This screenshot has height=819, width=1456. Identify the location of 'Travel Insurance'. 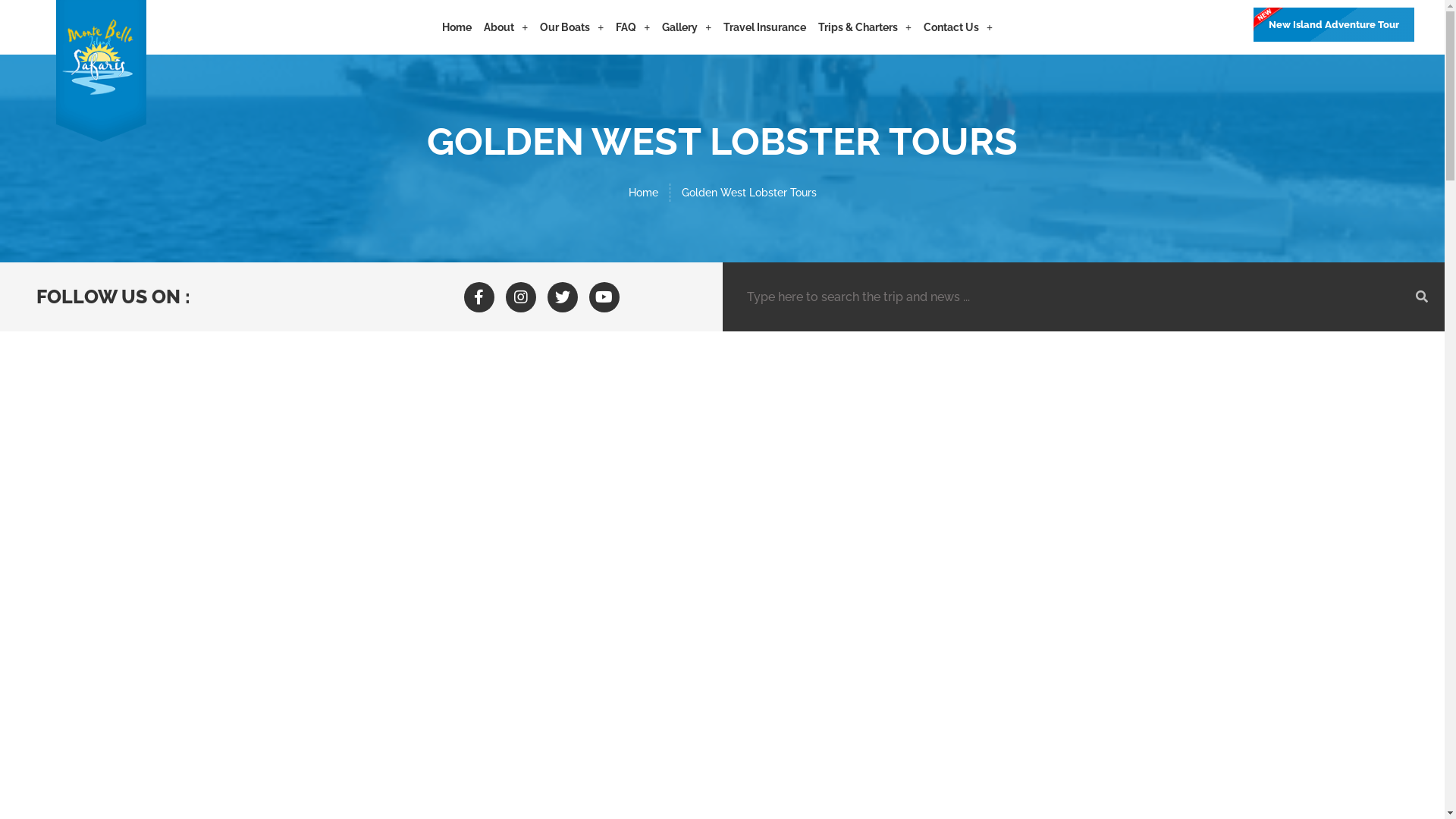
(764, 27).